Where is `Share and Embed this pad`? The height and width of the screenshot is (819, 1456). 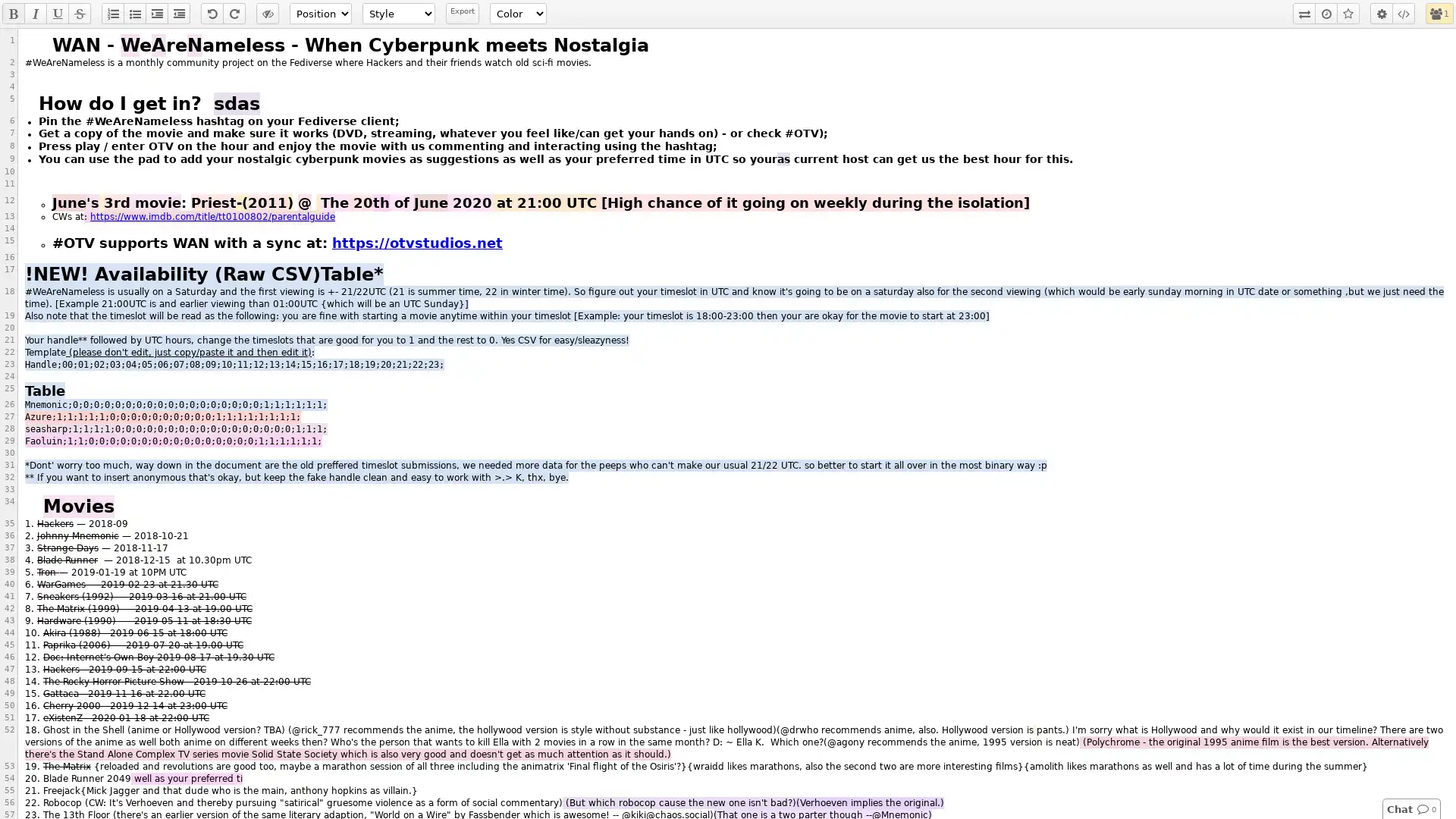 Share and Embed this pad is located at coordinates (1403, 14).